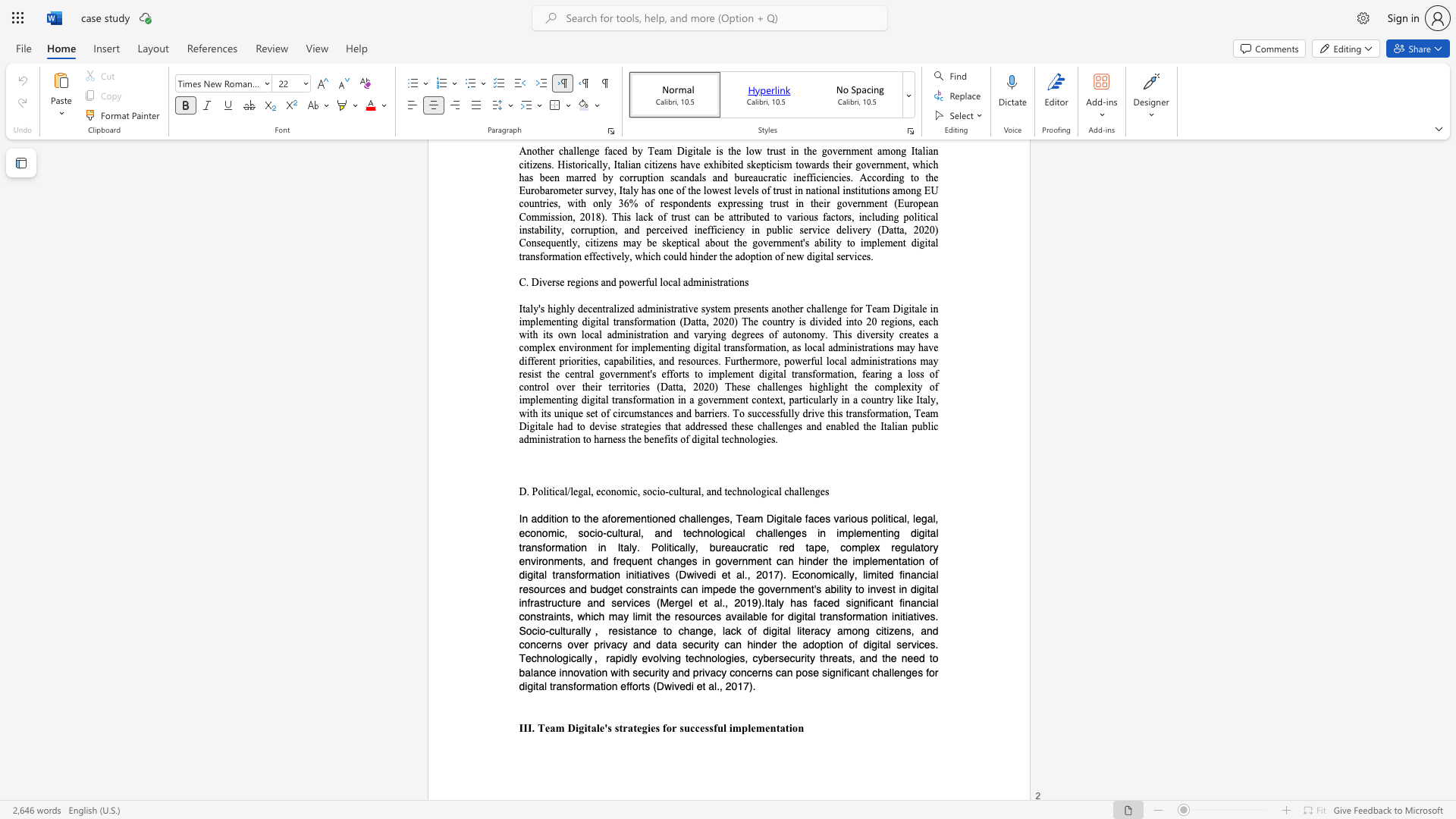 The image size is (1456, 819). I want to click on the subset text "ion" within the text "III. Team Digitale", so click(789, 726).